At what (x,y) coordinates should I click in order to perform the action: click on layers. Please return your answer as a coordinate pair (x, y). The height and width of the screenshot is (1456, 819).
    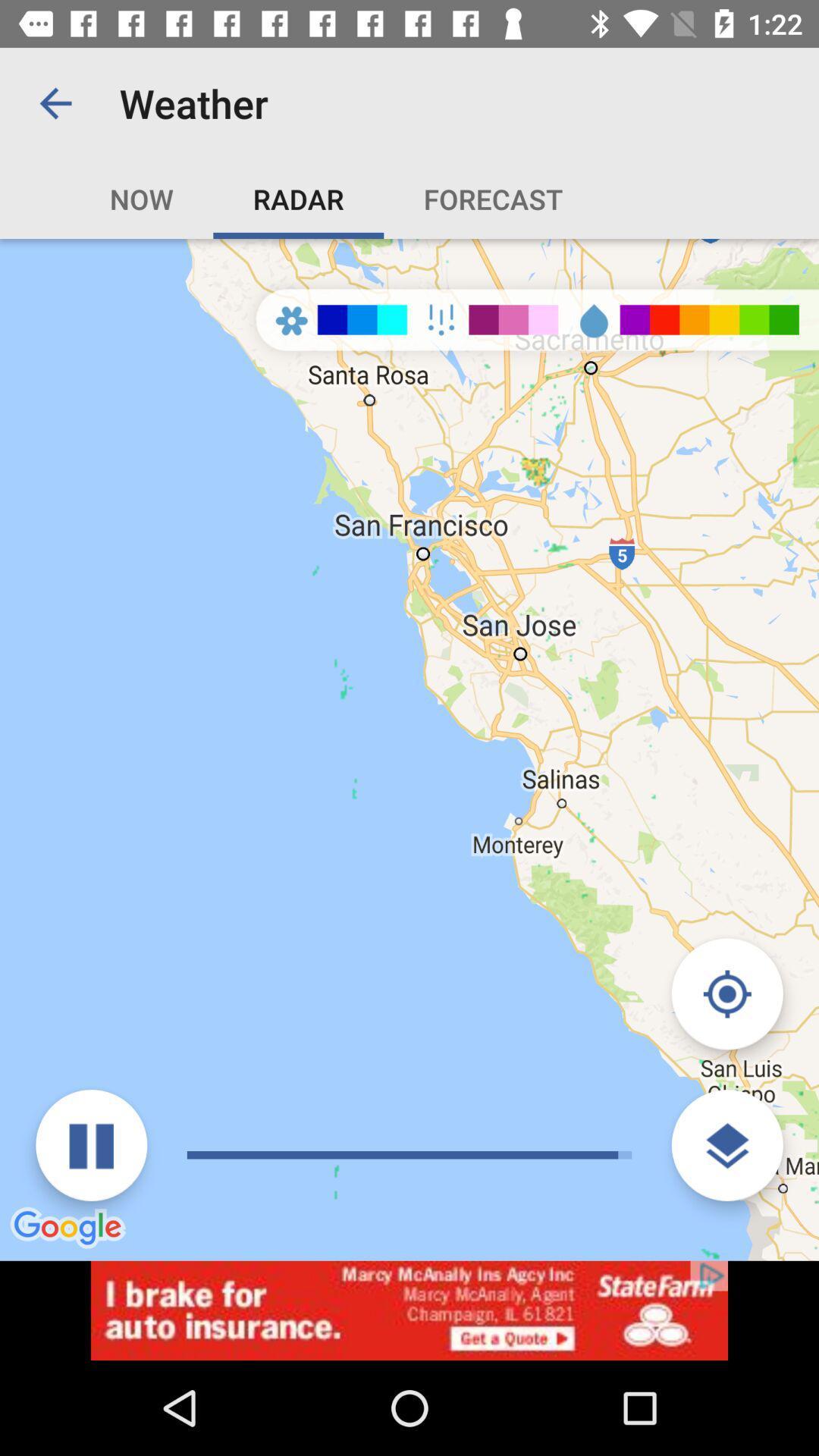
    Looking at the image, I should click on (726, 1145).